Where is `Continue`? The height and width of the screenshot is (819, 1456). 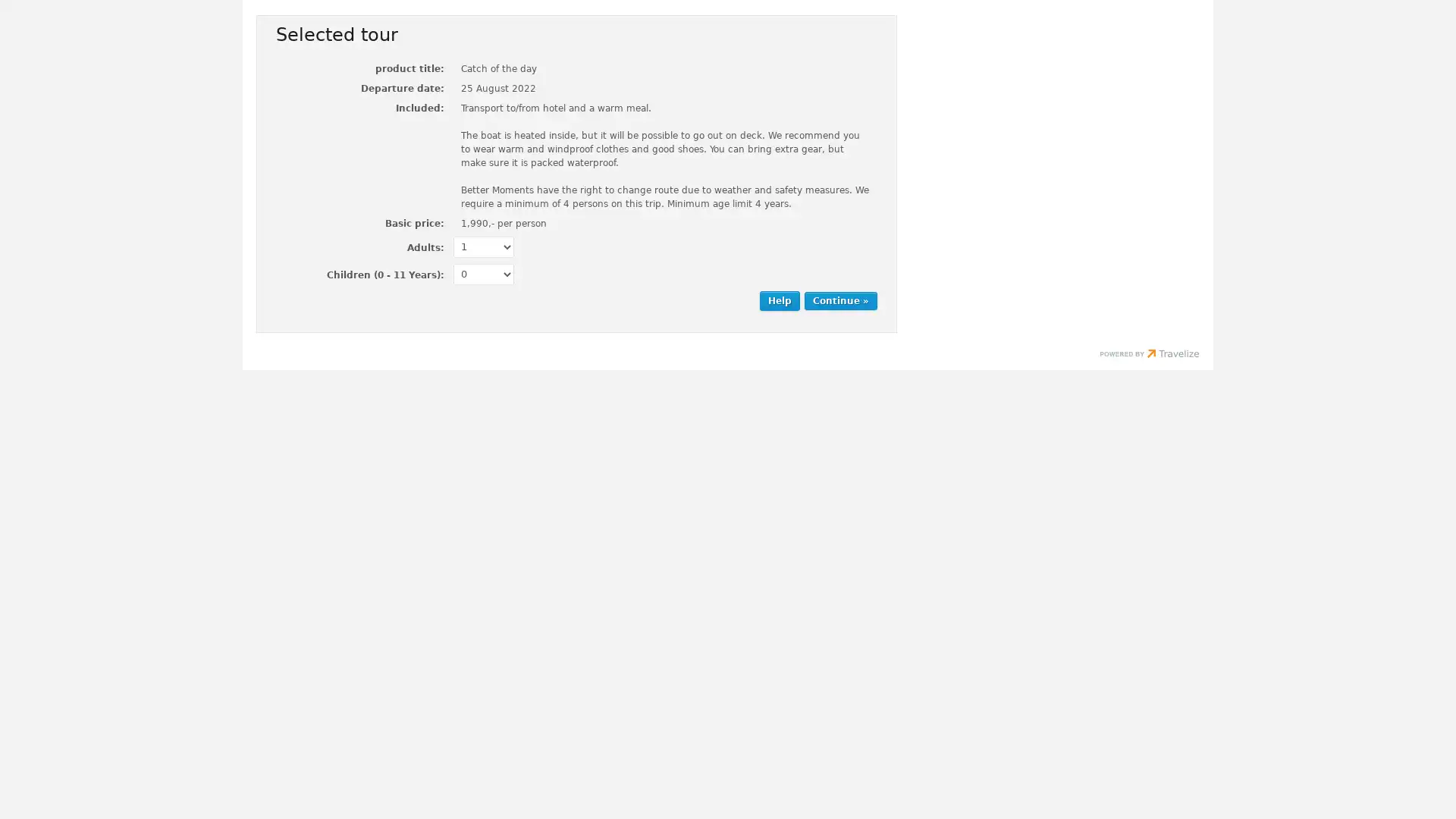
Continue is located at coordinates (839, 300).